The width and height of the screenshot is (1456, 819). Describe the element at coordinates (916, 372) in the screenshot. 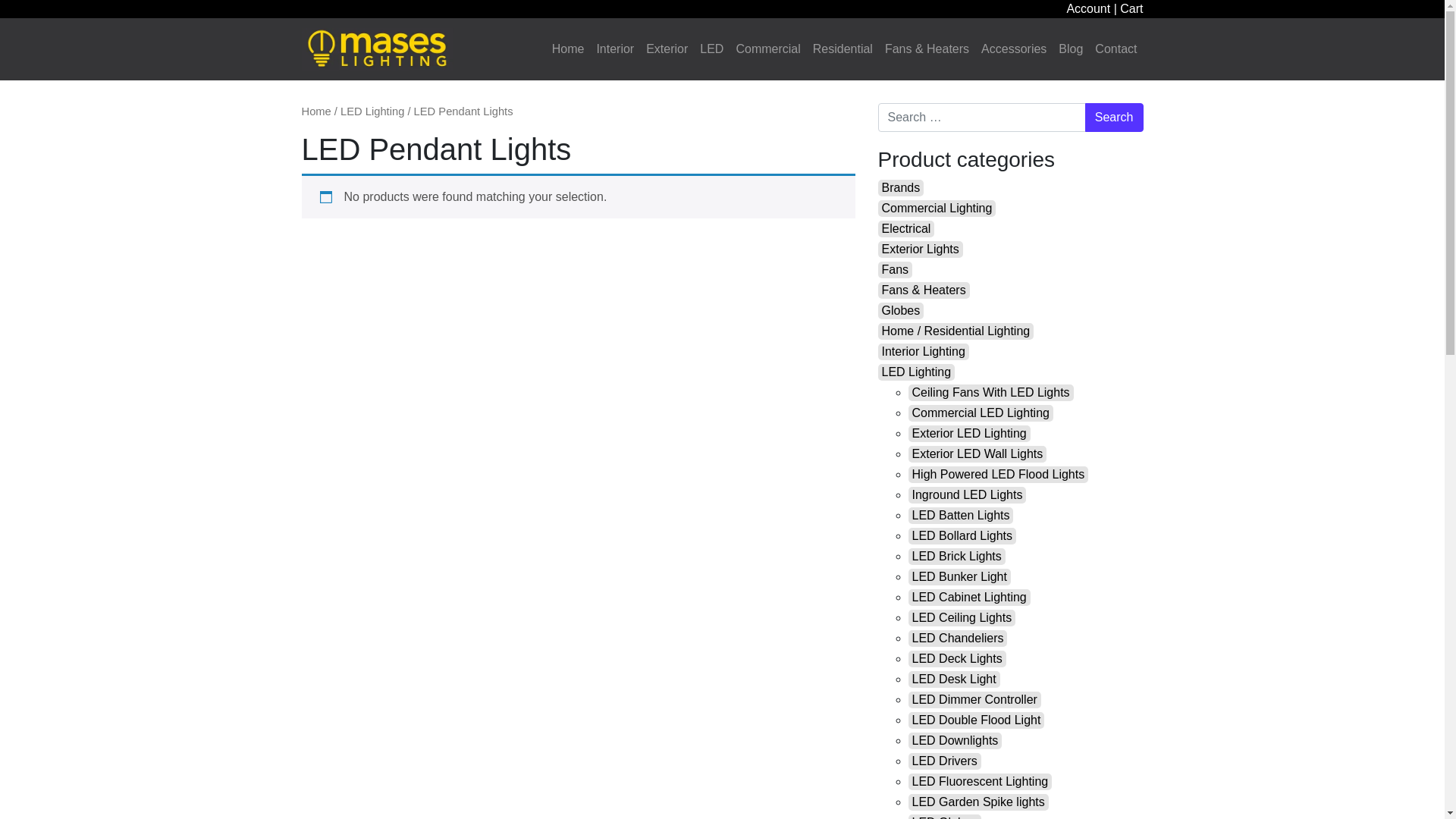

I see `'LED Lighting'` at that location.